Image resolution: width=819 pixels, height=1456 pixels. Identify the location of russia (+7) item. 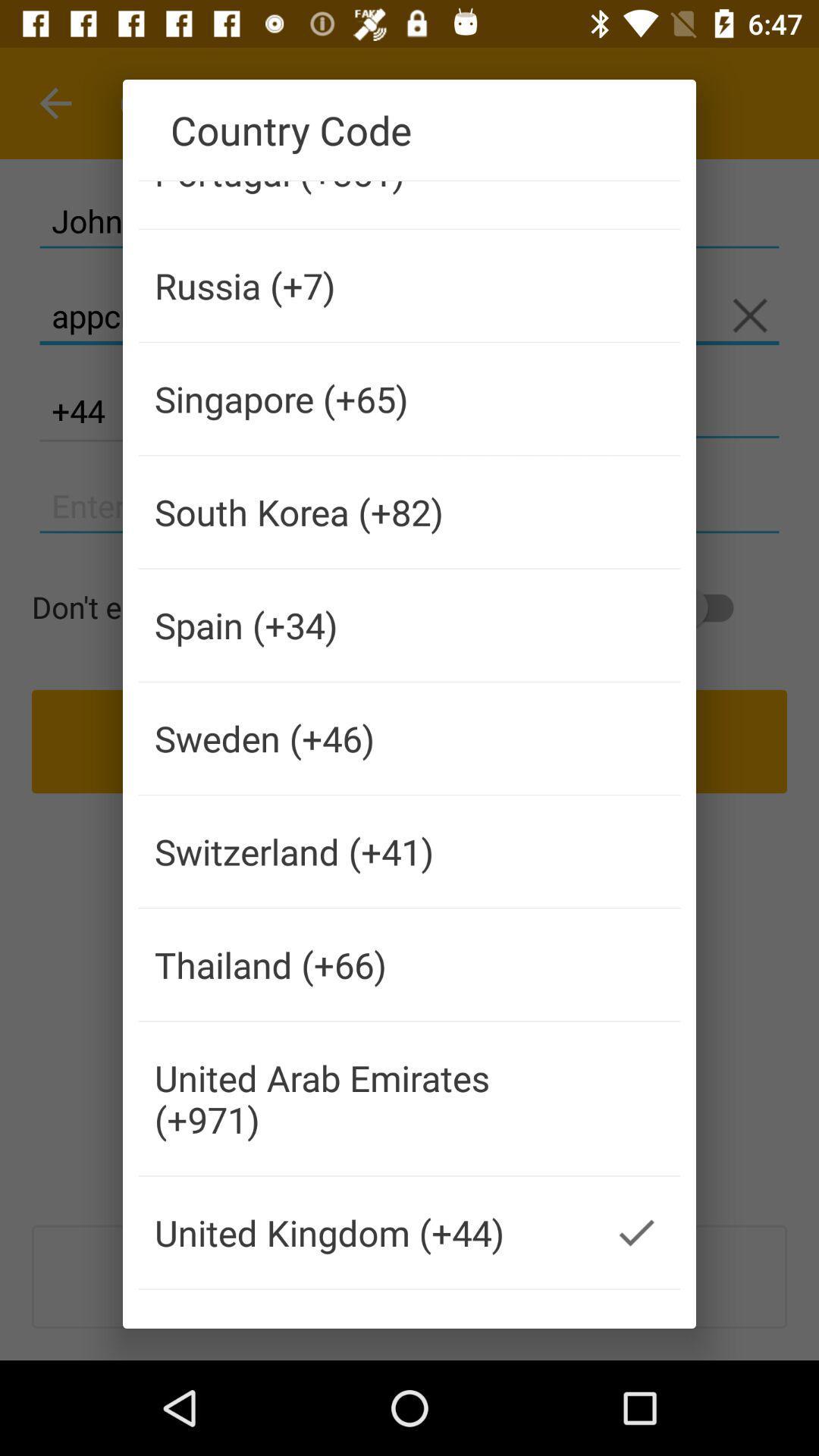
(366, 285).